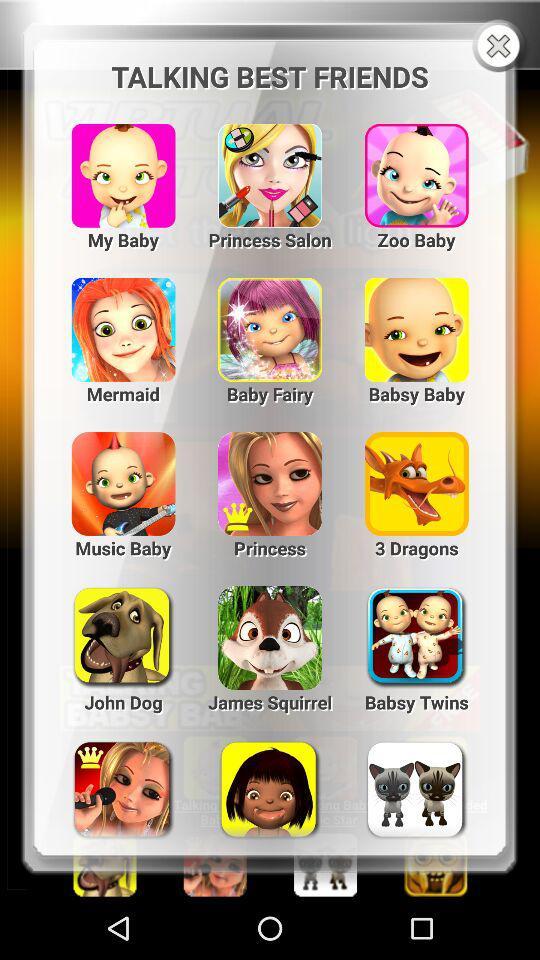 The image size is (540, 960). I want to click on 1st image in 1st row, so click(123, 166).